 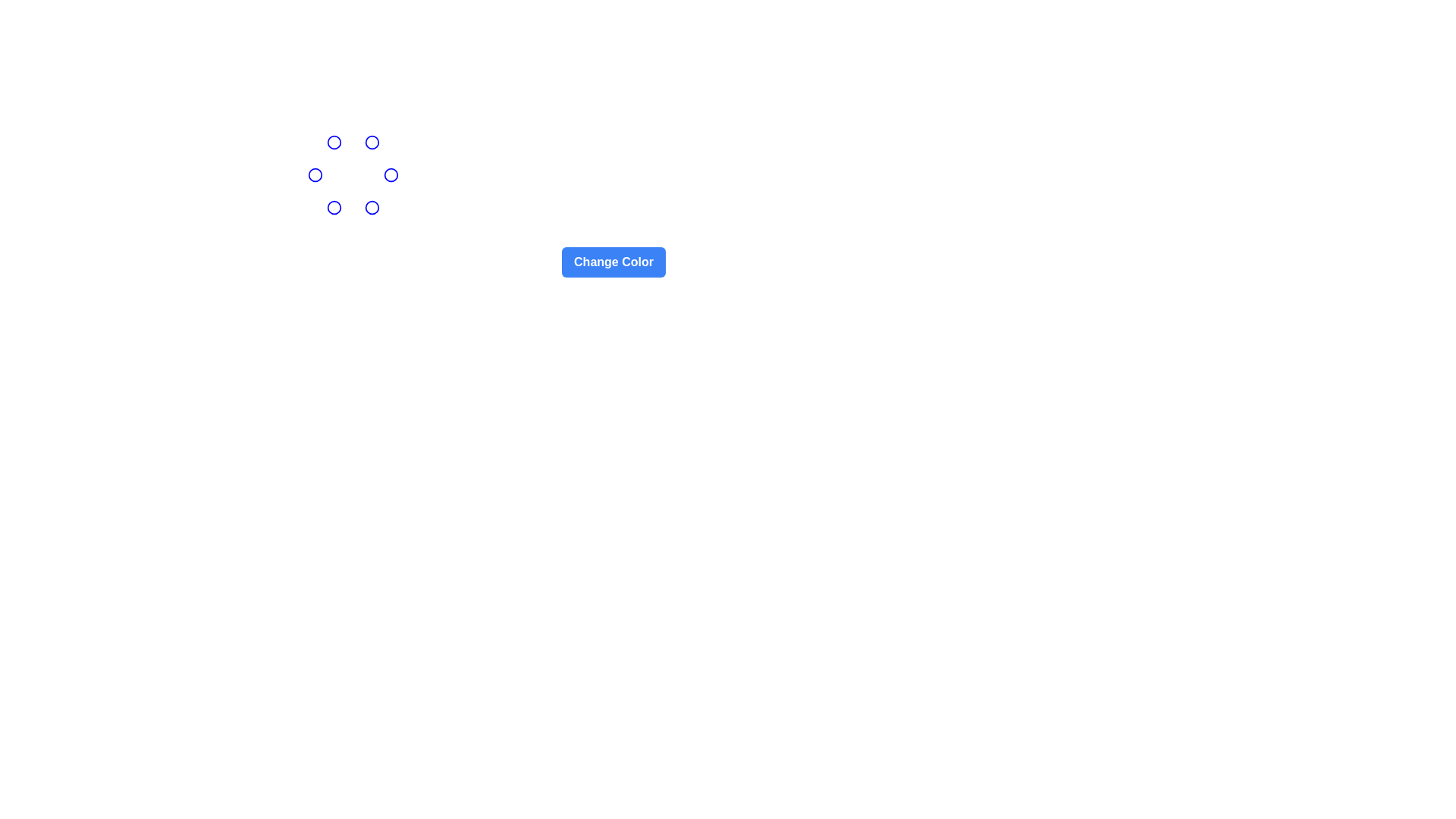 What do you see at coordinates (334, 141) in the screenshot?
I see `the blue-outlined Decorative Circle located at the top-left area of the interface, which is the first element among similarly styled circles` at bounding box center [334, 141].